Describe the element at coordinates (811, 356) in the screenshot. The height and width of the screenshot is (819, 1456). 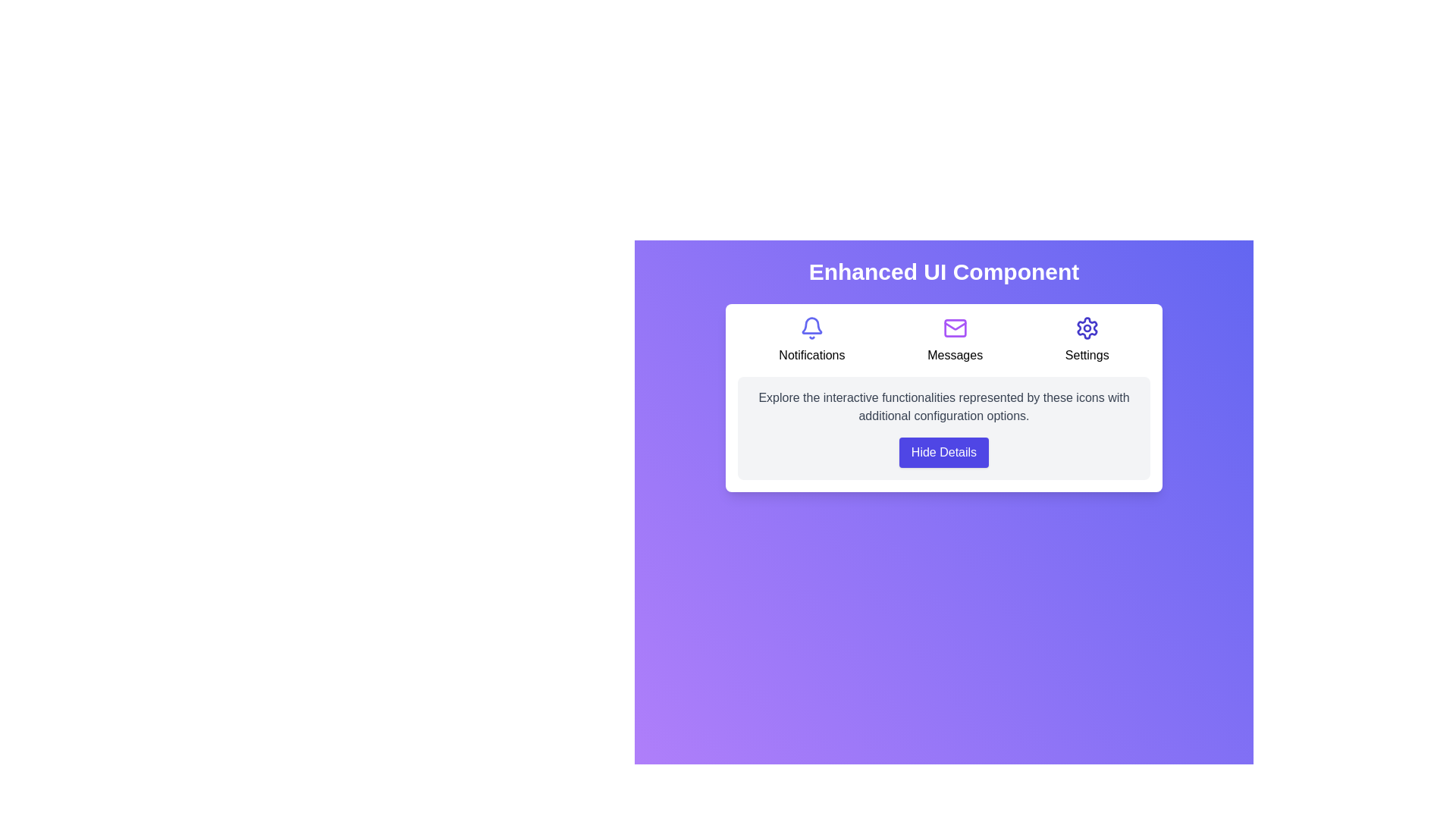
I see `the text label displaying 'Notifications', which is the first element in a horizontal row of text labels and icons, located below the bell-shaped icon` at that location.